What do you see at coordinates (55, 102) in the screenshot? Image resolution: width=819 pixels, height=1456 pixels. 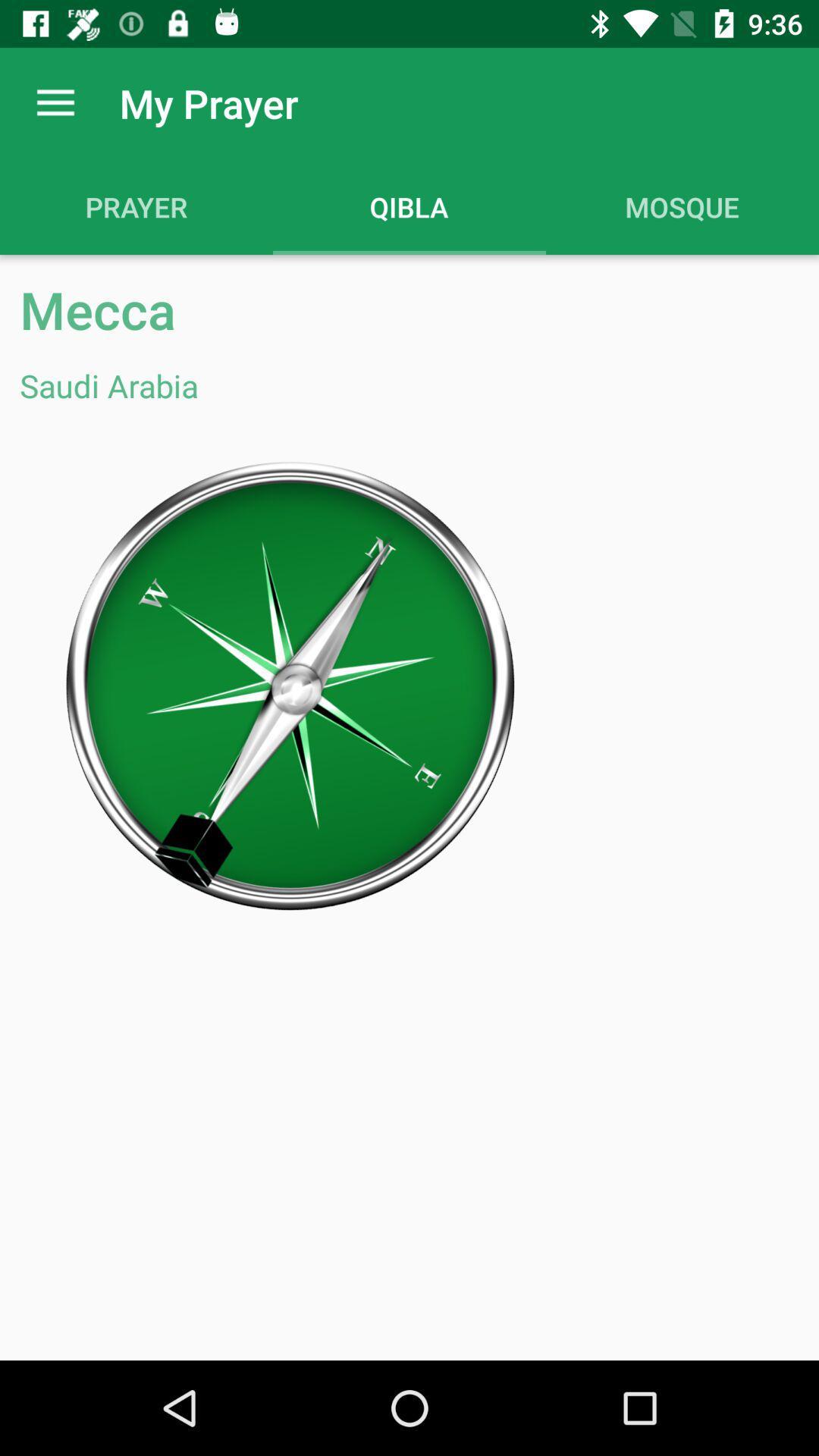 I see `the icon above the prayer item` at bounding box center [55, 102].